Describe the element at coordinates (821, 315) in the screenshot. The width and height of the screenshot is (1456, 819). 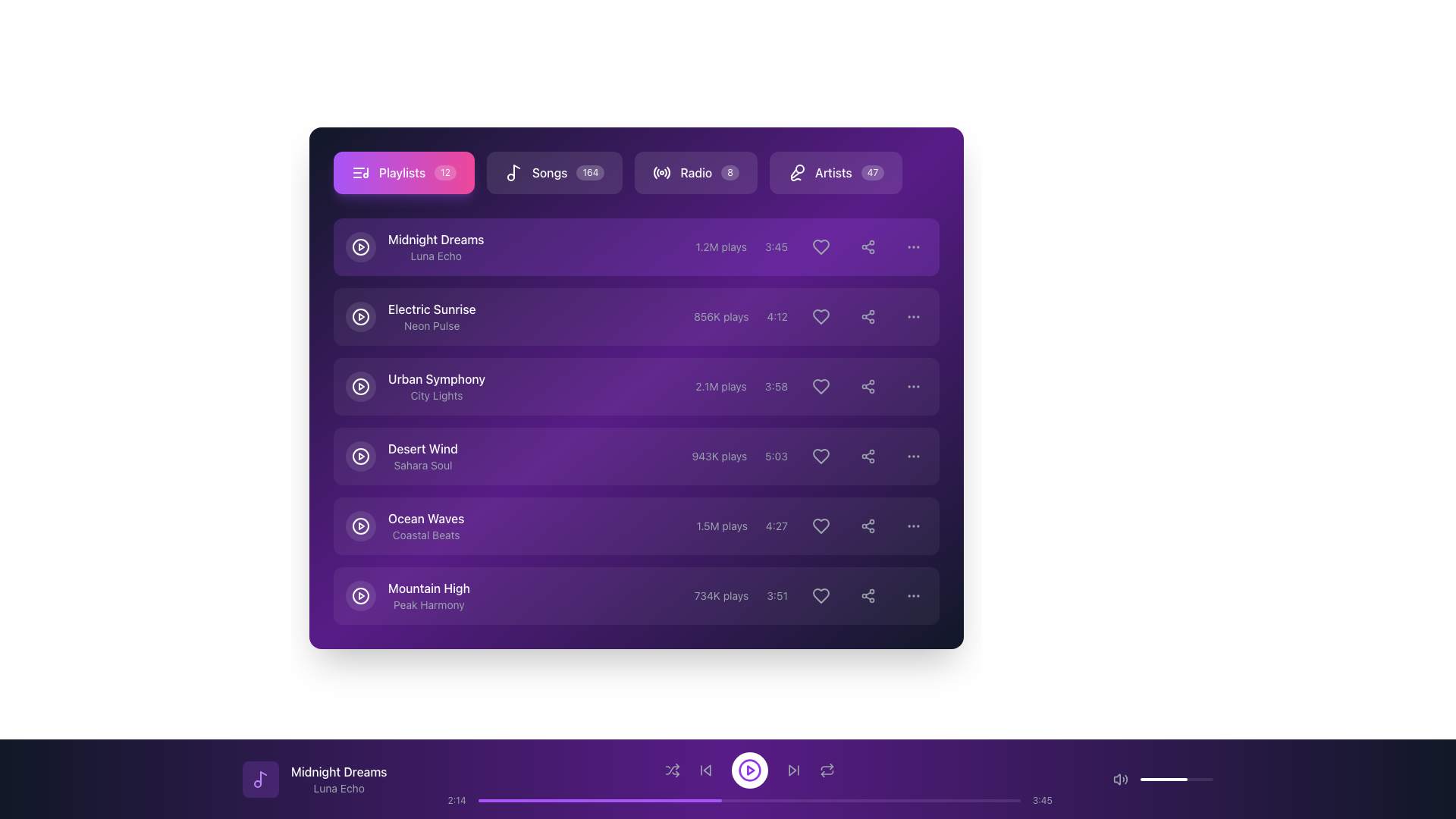
I see `the heart-shaped icon located next to the duration of the song 'Electric Sunrise' in the playlist panel` at that location.